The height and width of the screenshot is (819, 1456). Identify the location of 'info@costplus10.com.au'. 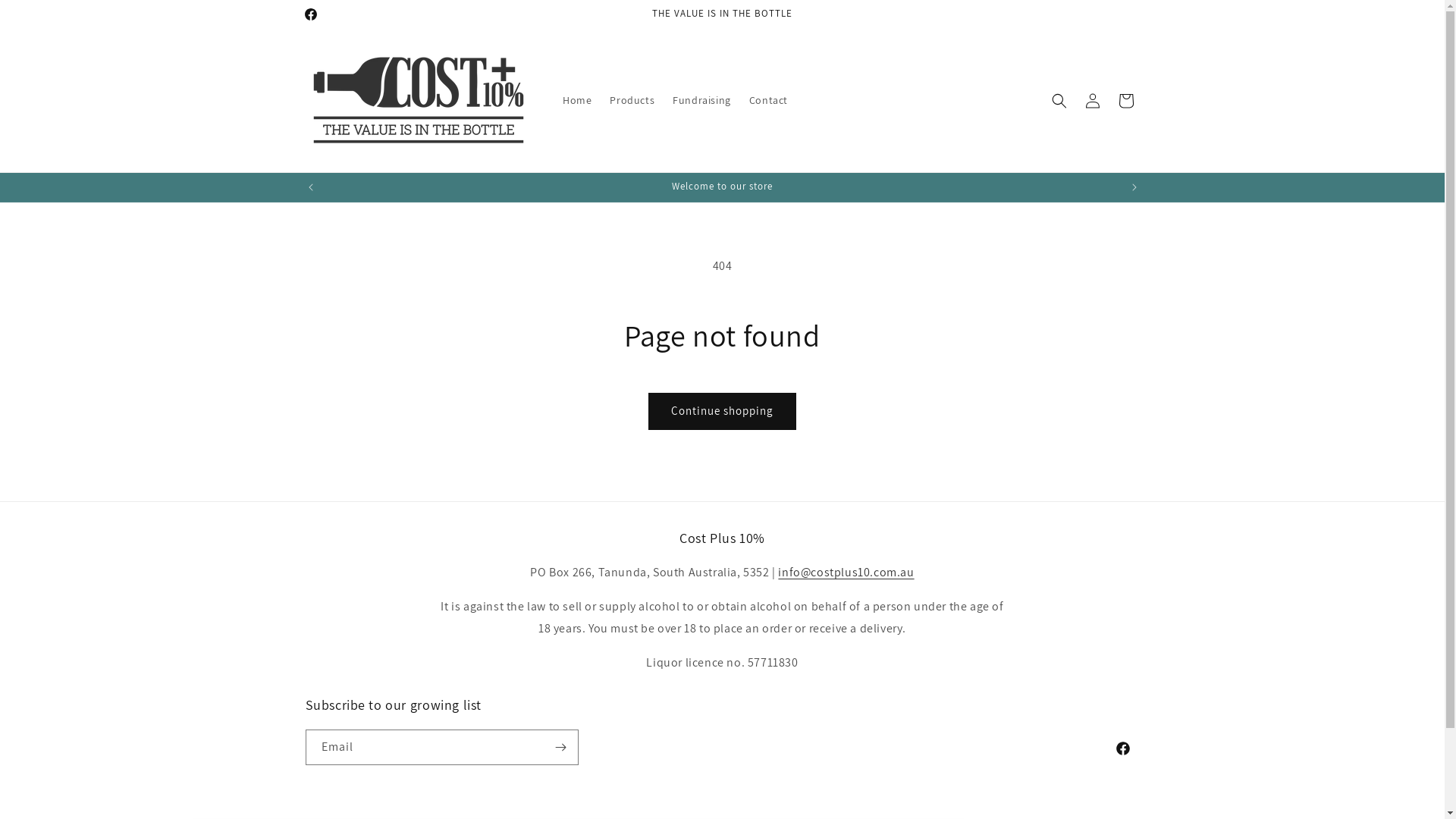
(845, 572).